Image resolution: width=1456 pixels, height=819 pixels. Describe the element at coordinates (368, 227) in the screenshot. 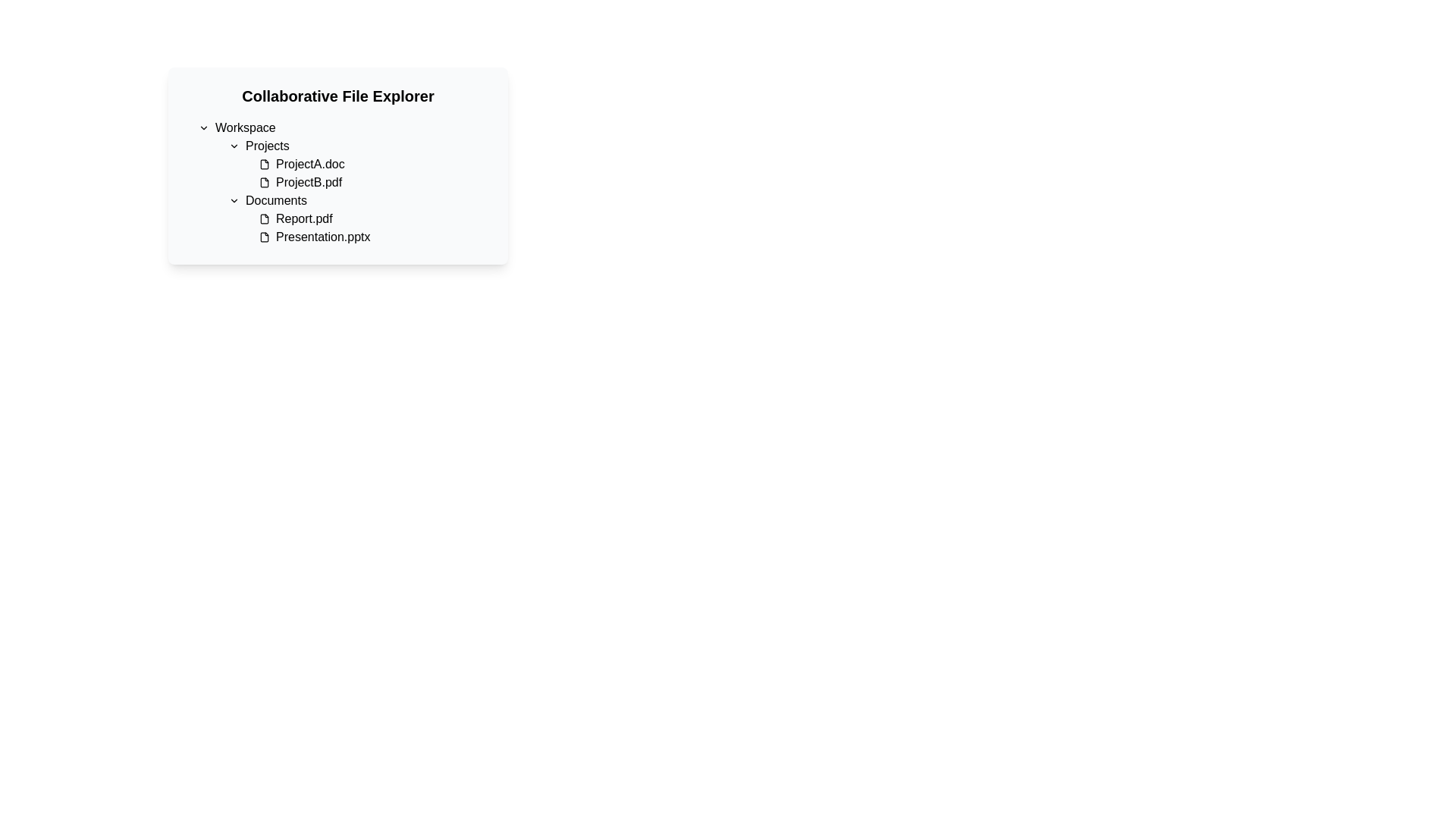

I see `the second listed file item under the 'Documents' header in the file explorer interface` at that location.